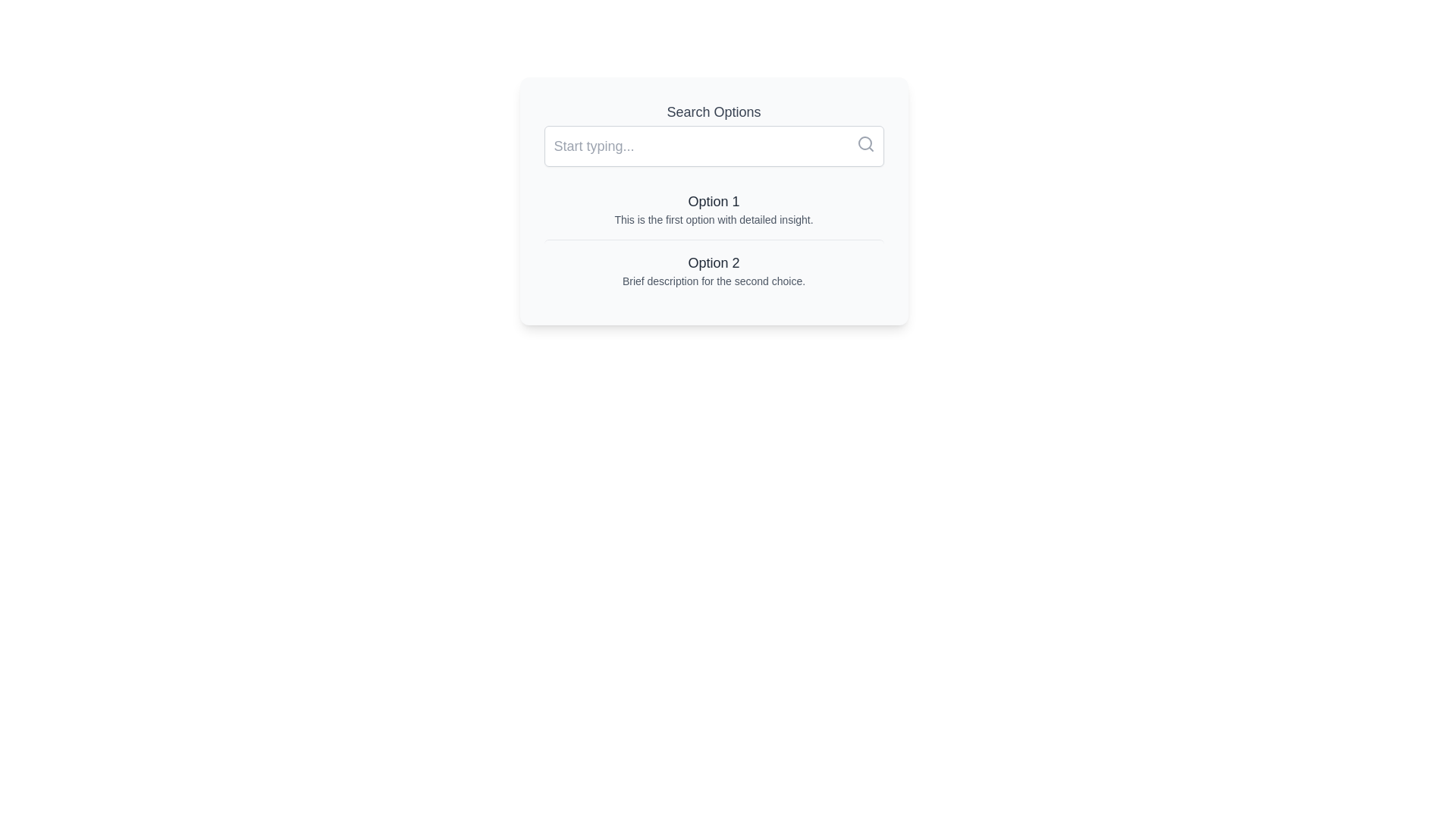  I want to click on text content of the 'Option 1' text label, which is styled with a medium-large font size and gray color, located in the upper part of the options section, so click(713, 201).